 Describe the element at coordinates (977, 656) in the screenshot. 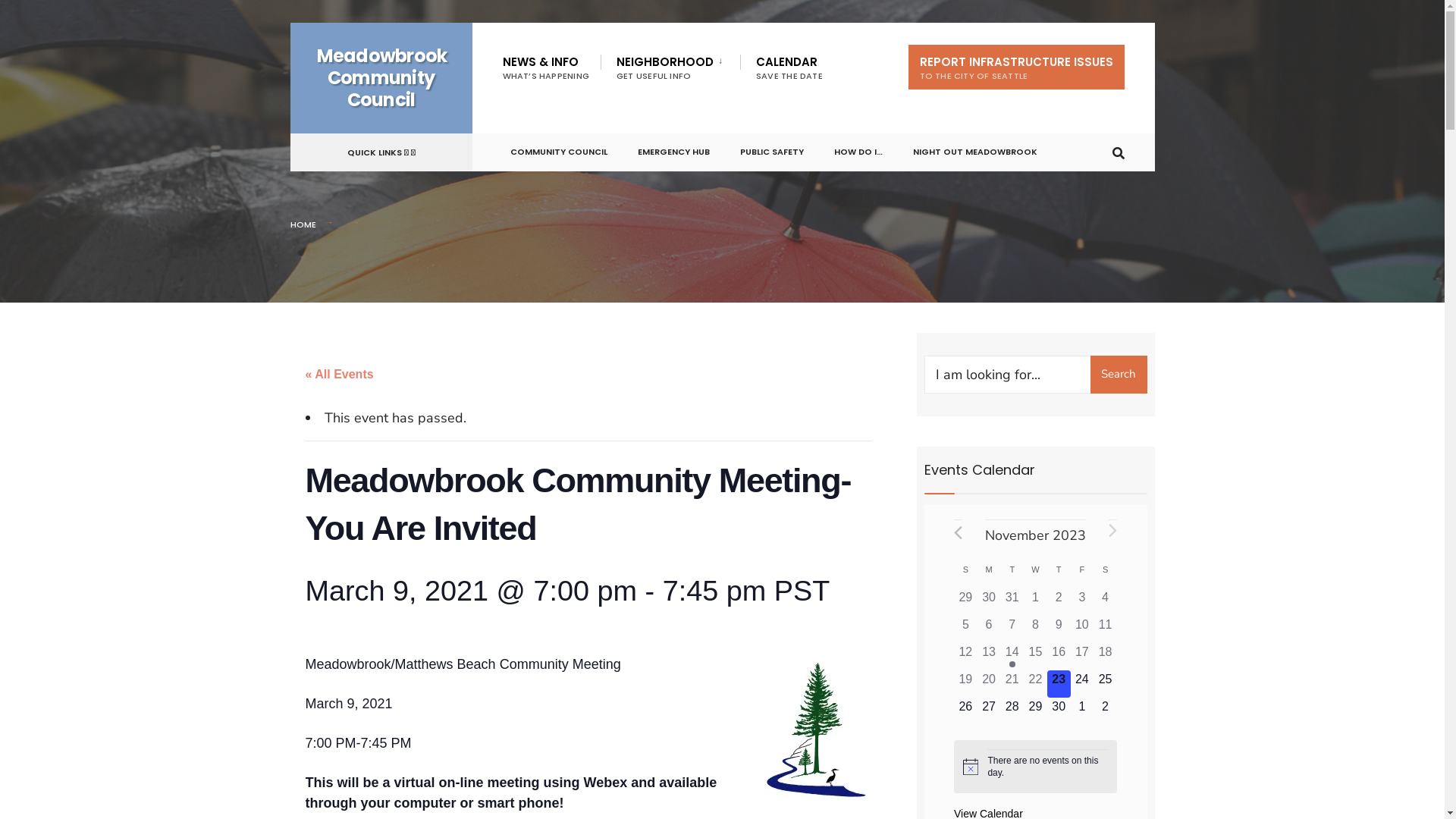

I see `'0 events,` at that location.